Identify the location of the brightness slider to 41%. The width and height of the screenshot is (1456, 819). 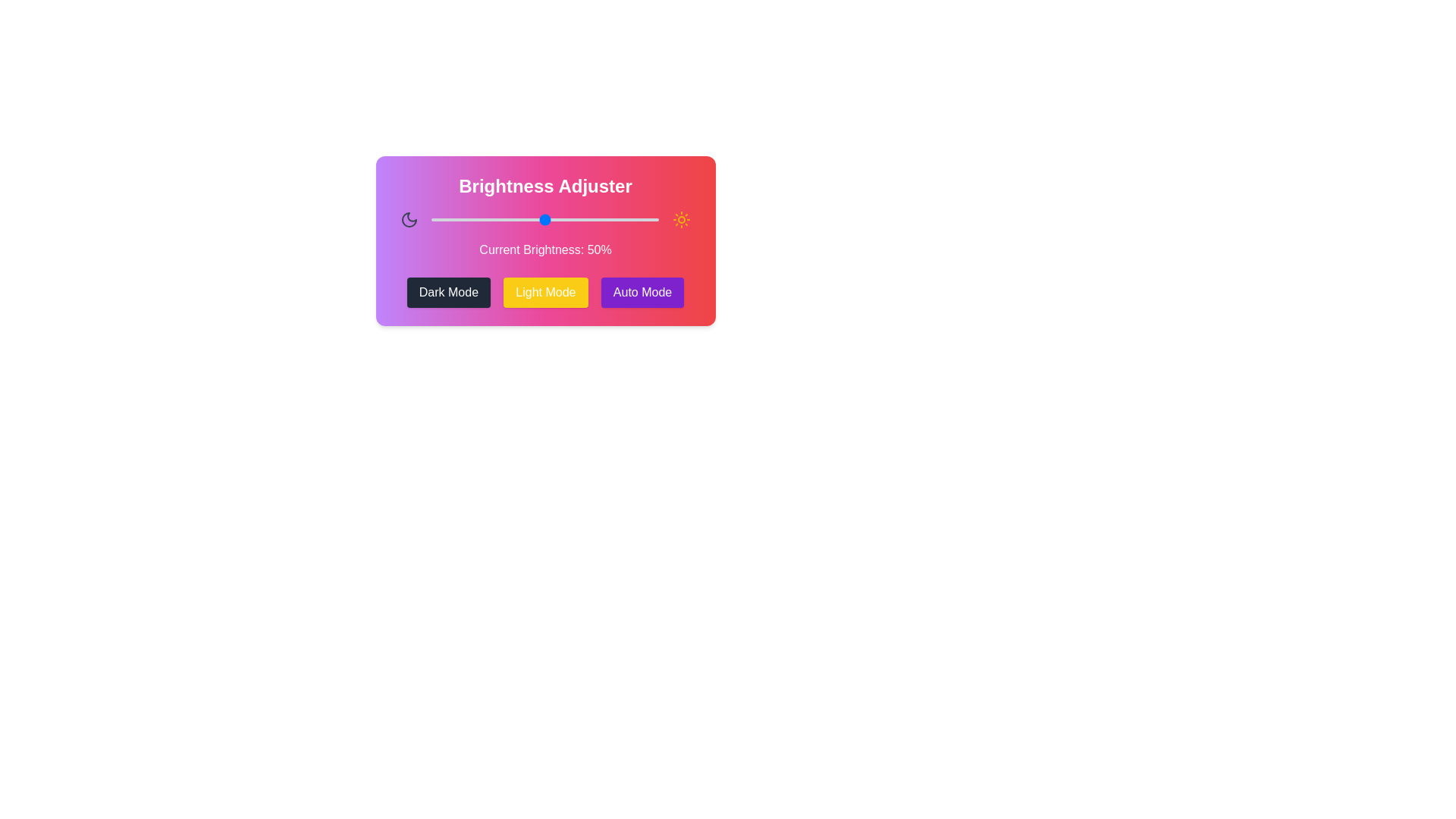
(524, 219).